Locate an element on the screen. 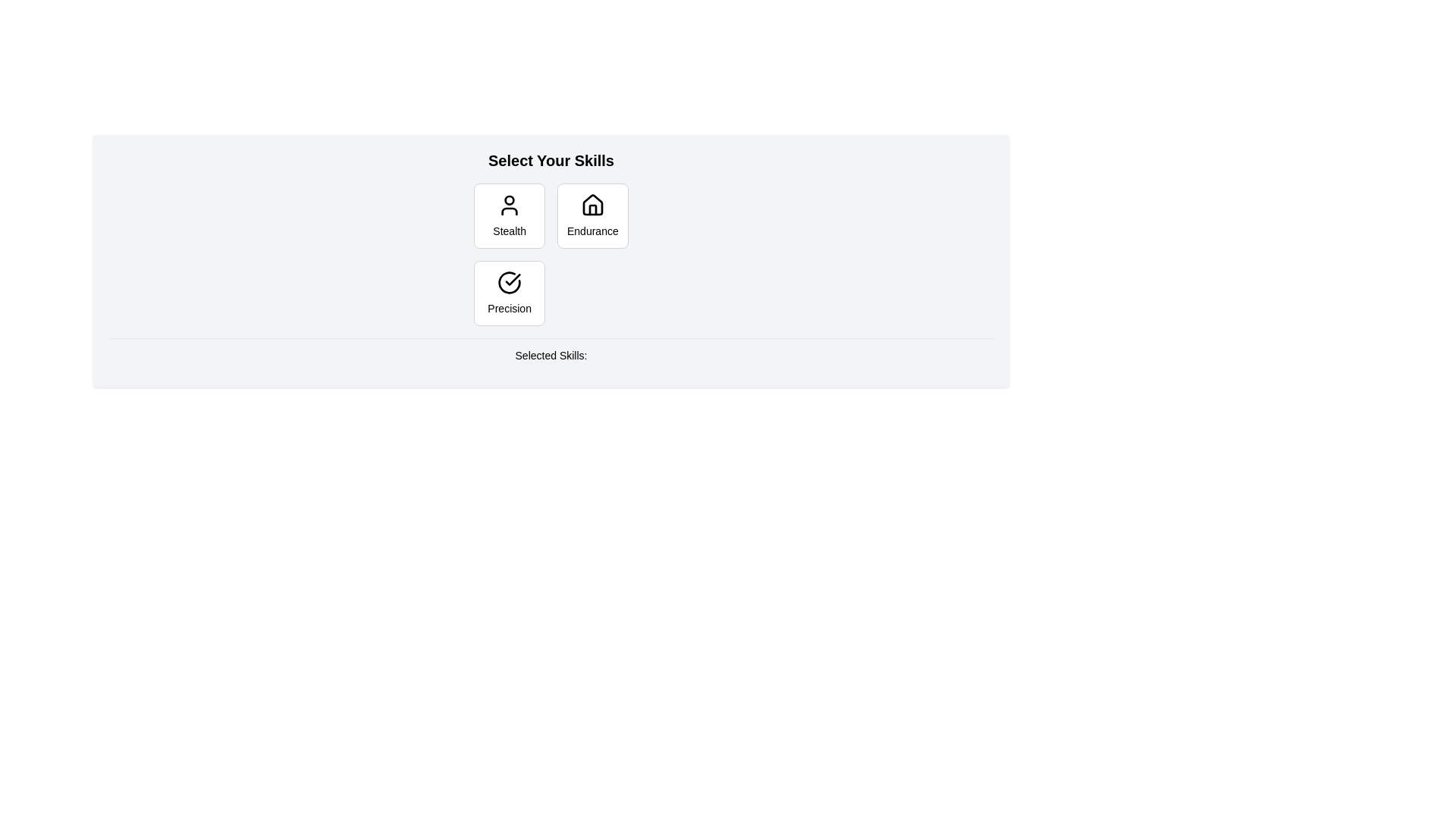 This screenshot has width=1456, height=819. the 'Endurance' skill item in the grid layout is located at coordinates (550, 253).